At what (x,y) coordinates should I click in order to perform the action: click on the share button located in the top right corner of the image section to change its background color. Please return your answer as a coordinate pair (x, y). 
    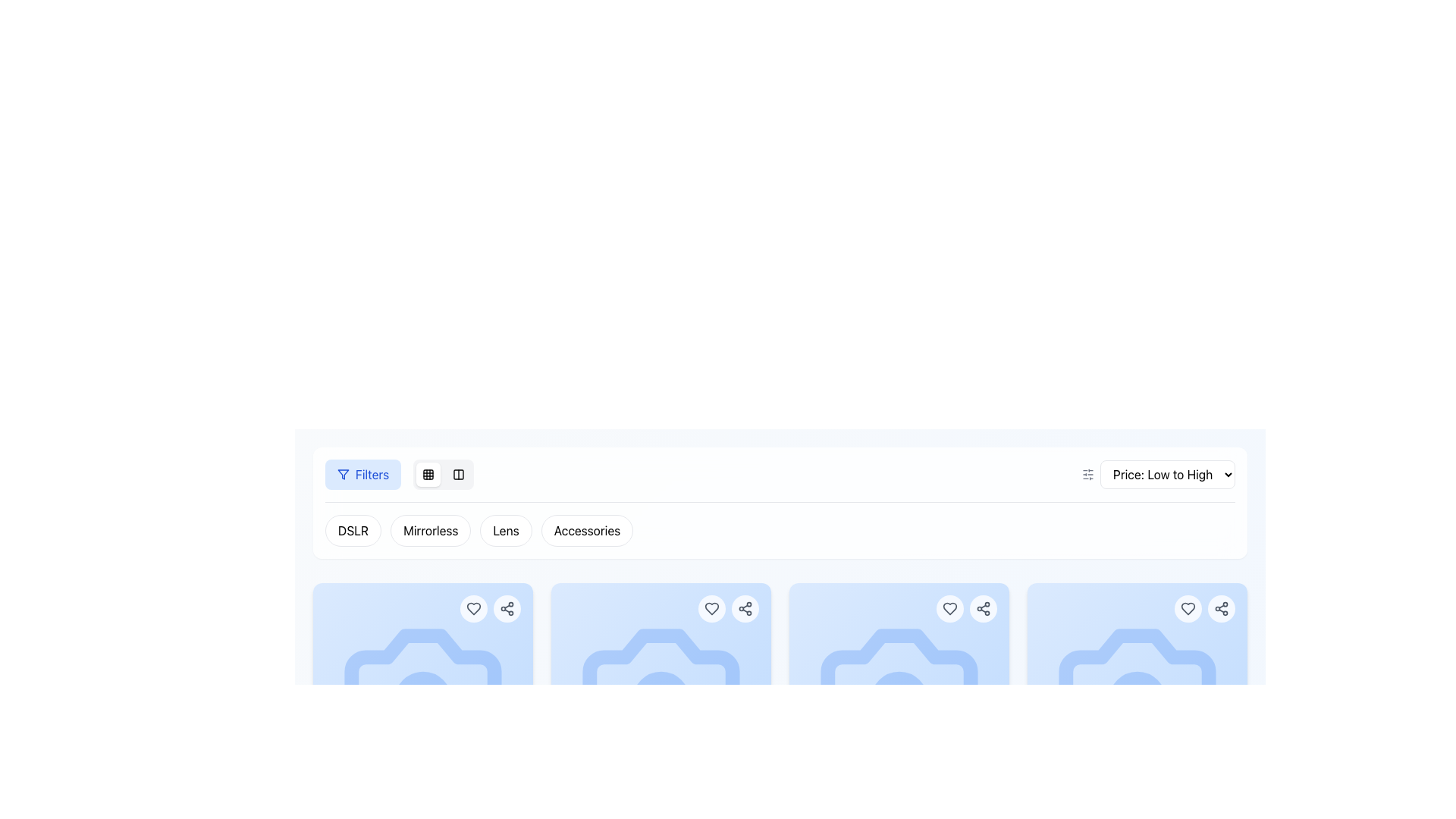
    Looking at the image, I should click on (745, 607).